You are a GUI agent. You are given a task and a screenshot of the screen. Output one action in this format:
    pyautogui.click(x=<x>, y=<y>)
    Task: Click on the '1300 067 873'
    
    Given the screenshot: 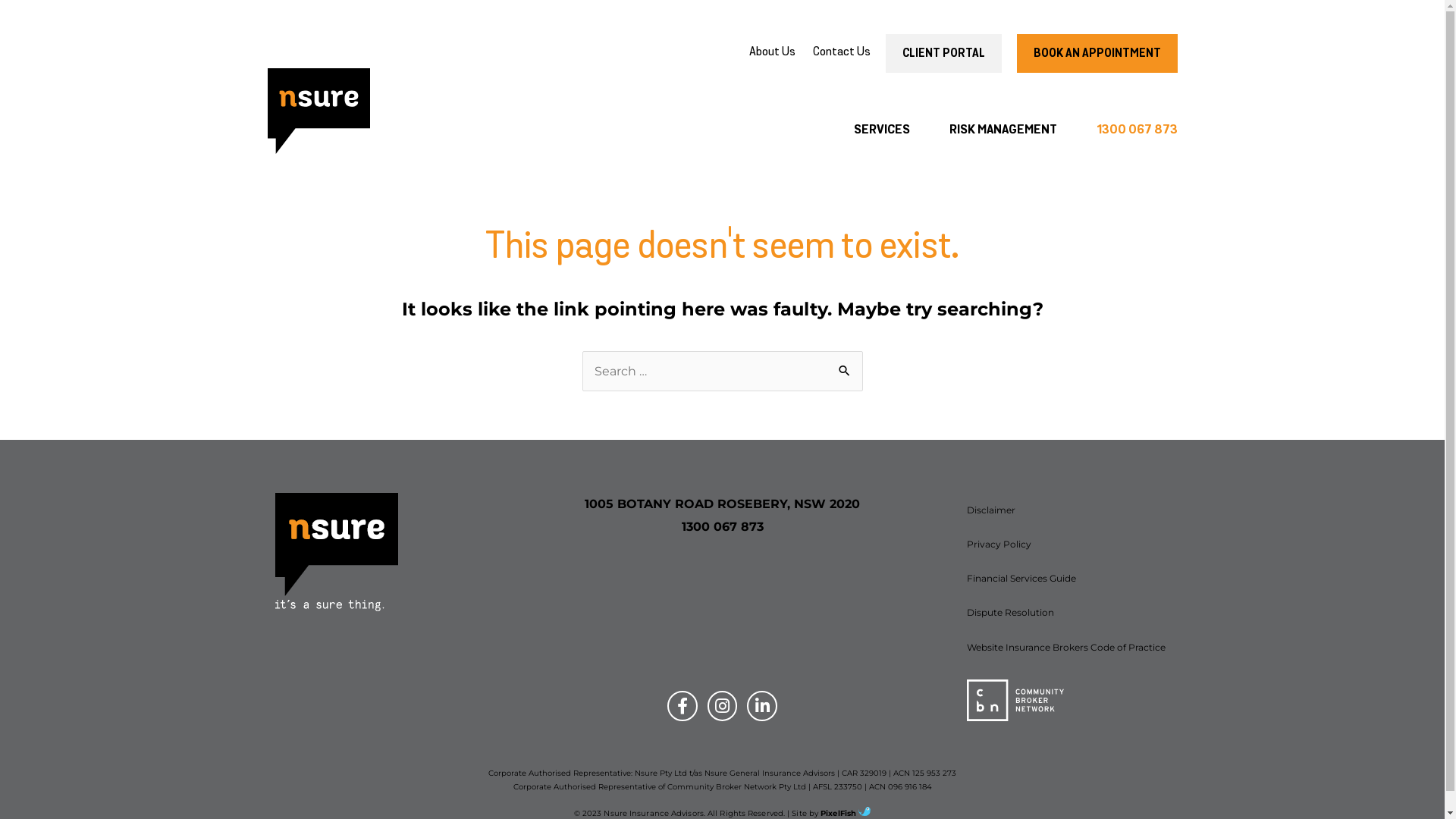 What is the action you would take?
    pyautogui.click(x=1127, y=130)
    